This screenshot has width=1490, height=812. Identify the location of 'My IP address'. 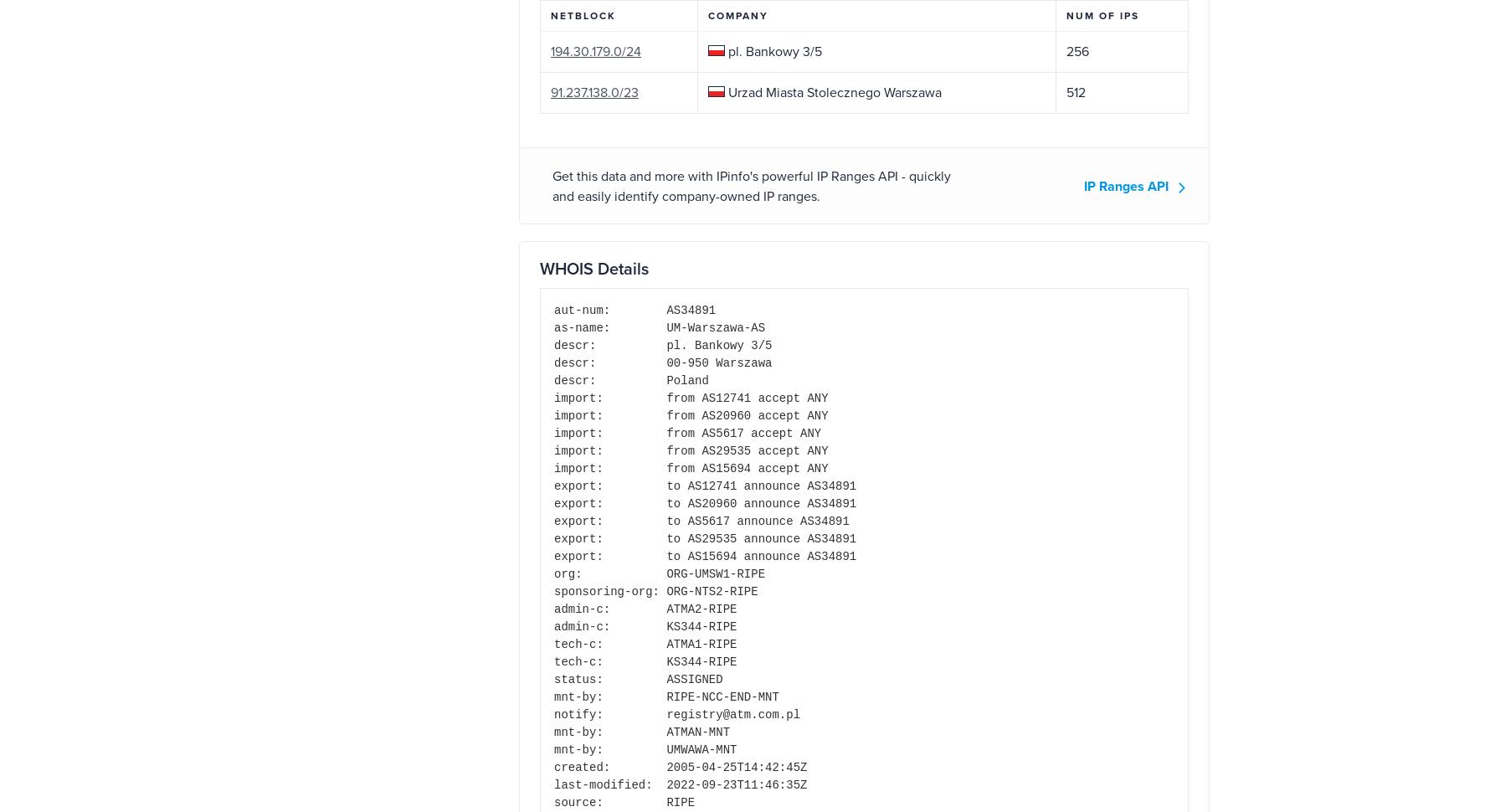
(861, 630).